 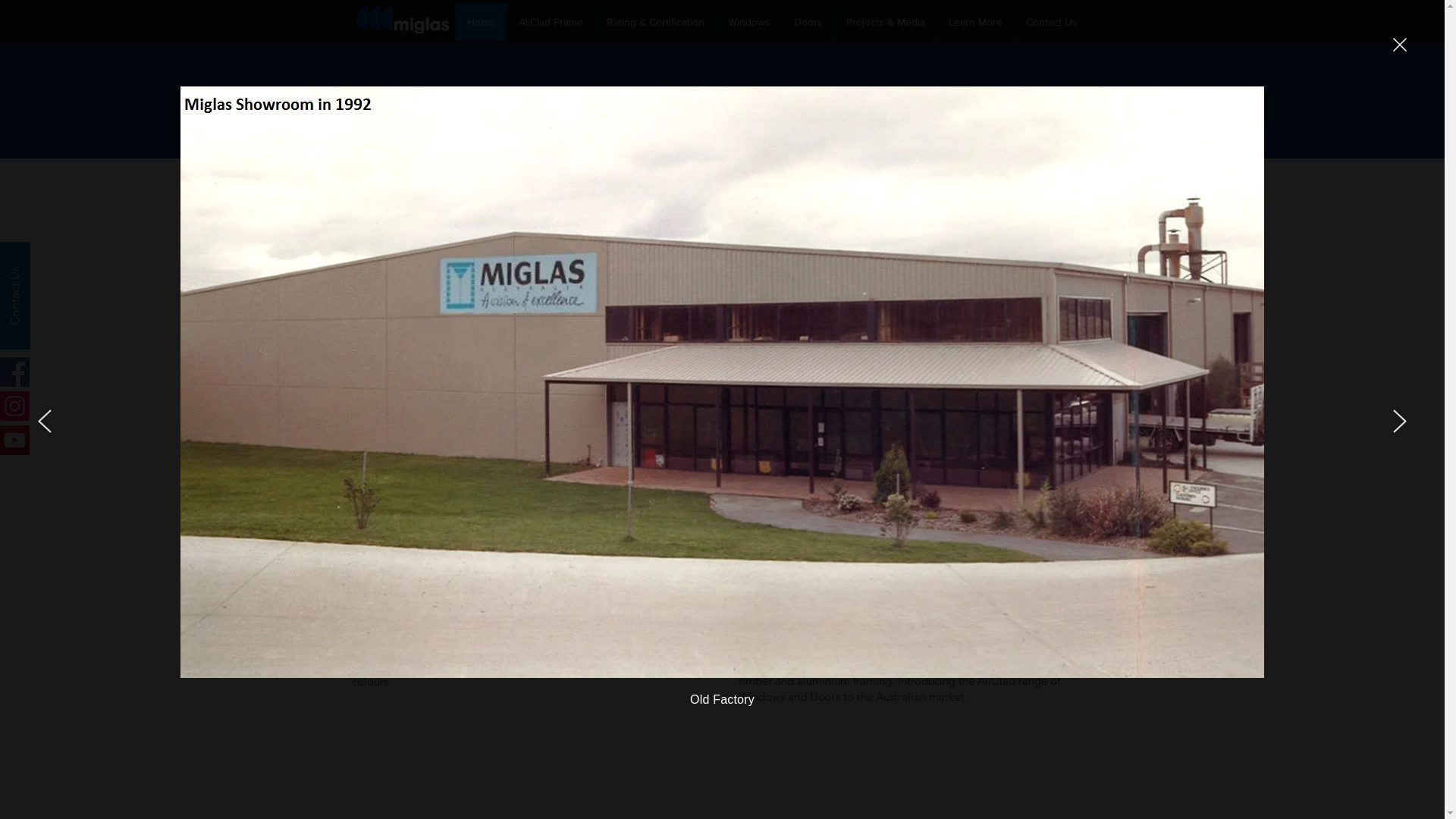 I want to click on 'Home', so click(x=479, y=22).